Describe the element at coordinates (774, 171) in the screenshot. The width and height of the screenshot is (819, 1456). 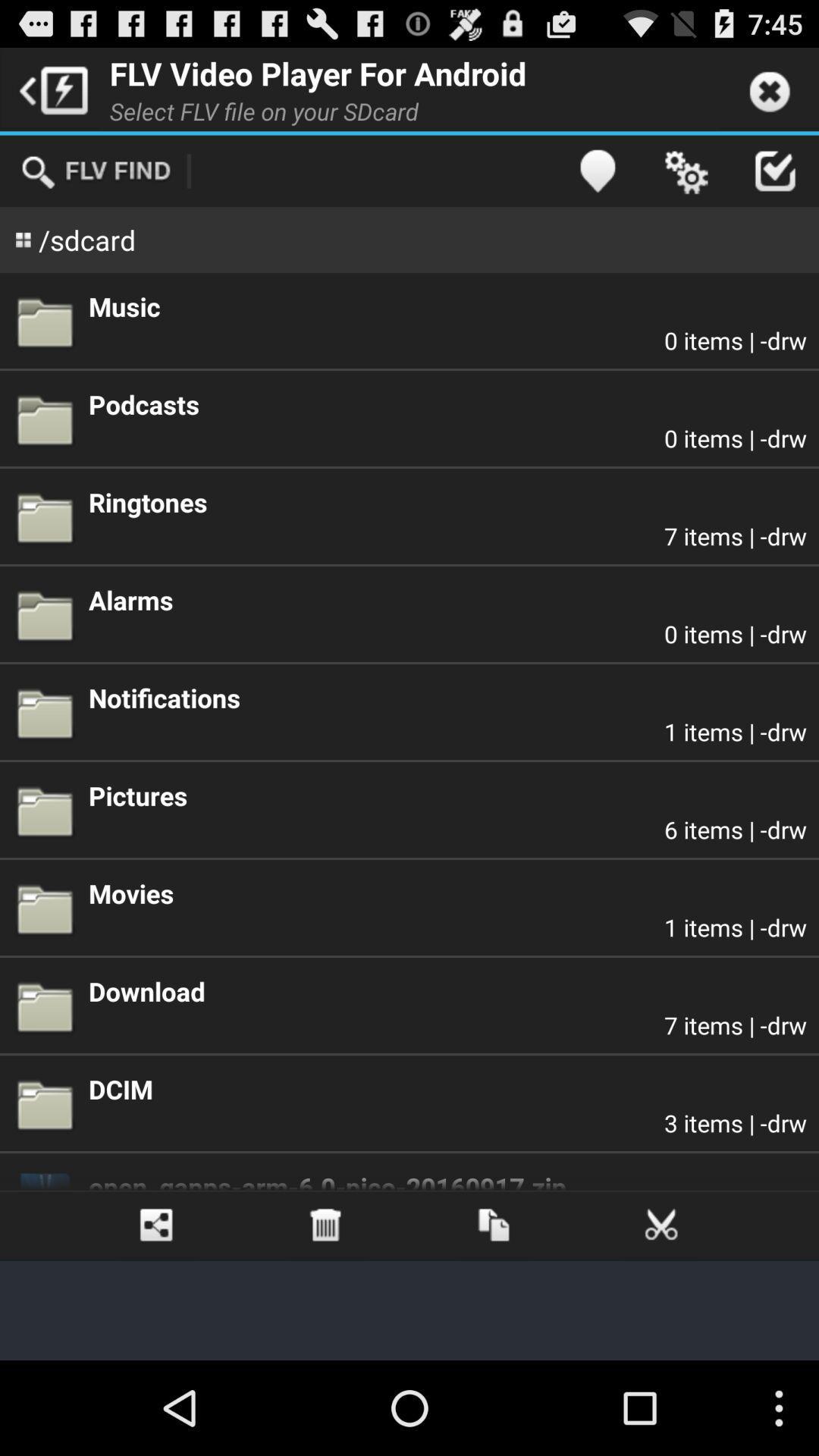
I see `the button which is next to the settings button` at that location.